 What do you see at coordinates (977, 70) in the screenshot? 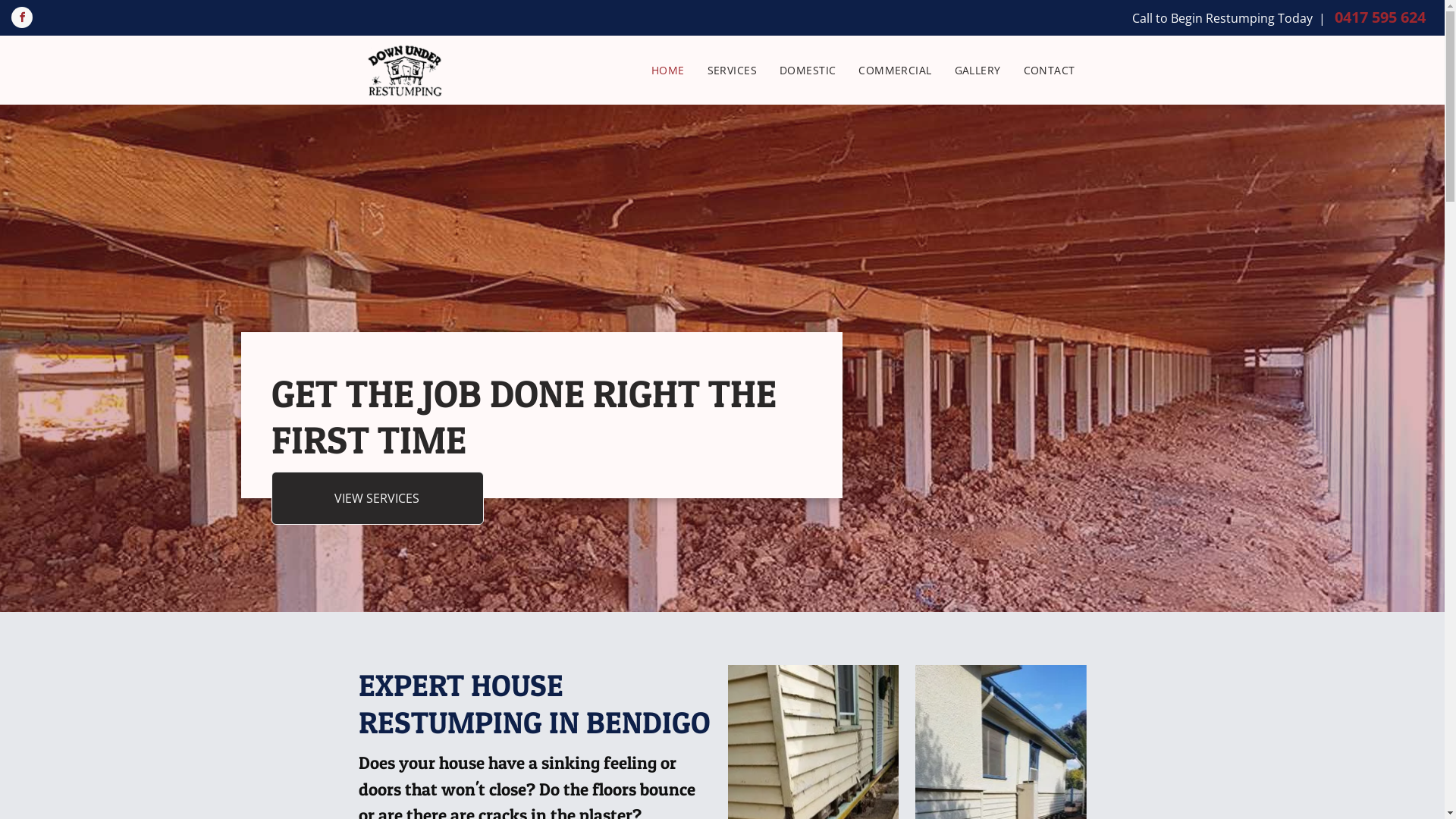
I see `'GALLERY'` at bounding box center [977, 70].